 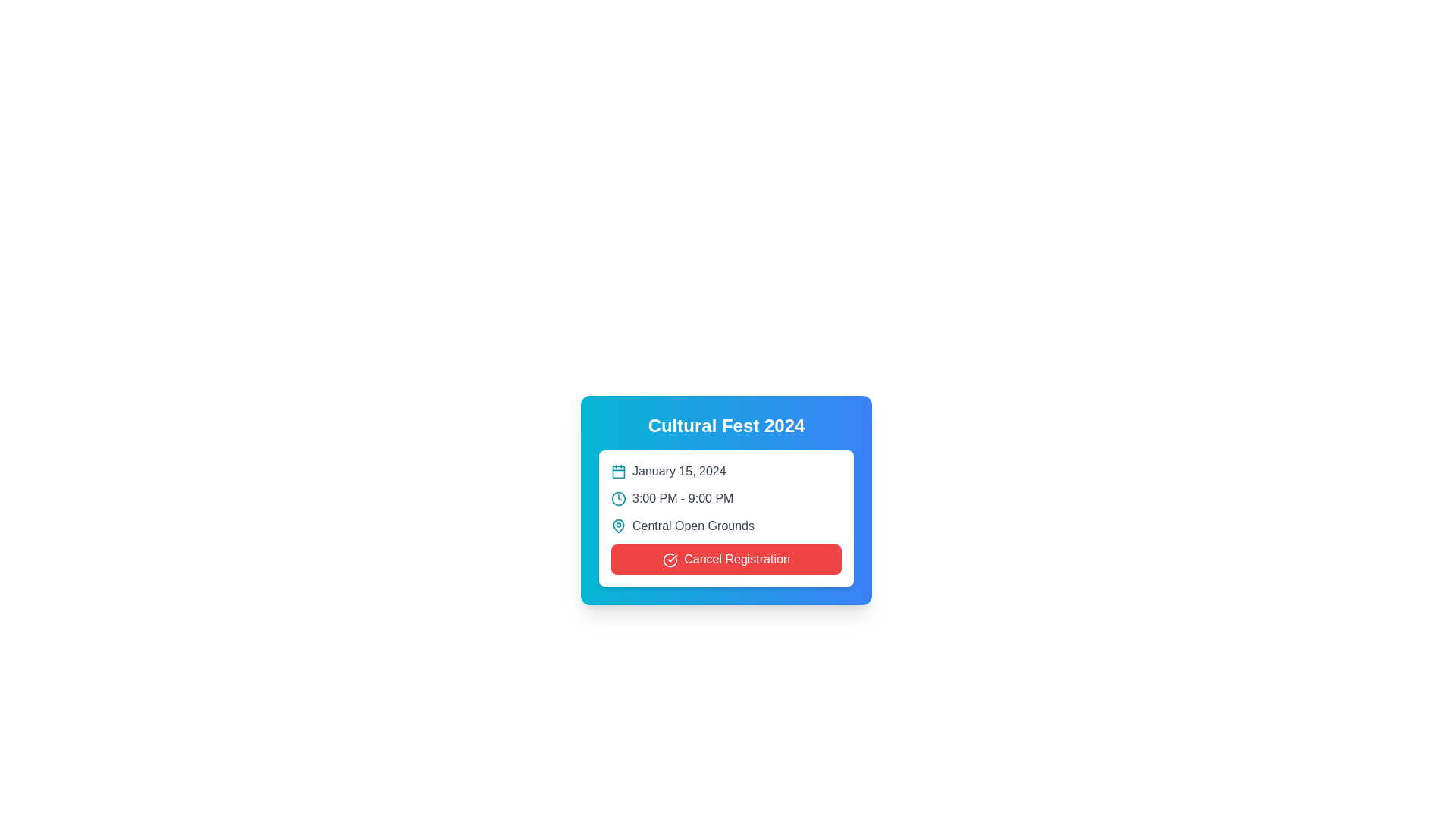 What do you see at coordinates (726, 526) in the screenshot?
I see `the text label displaying the location name in the card layout, which is positioned as the third textual row below the time details '3:00 PM - 9:00 PM'` at bounding box center [726, 526].